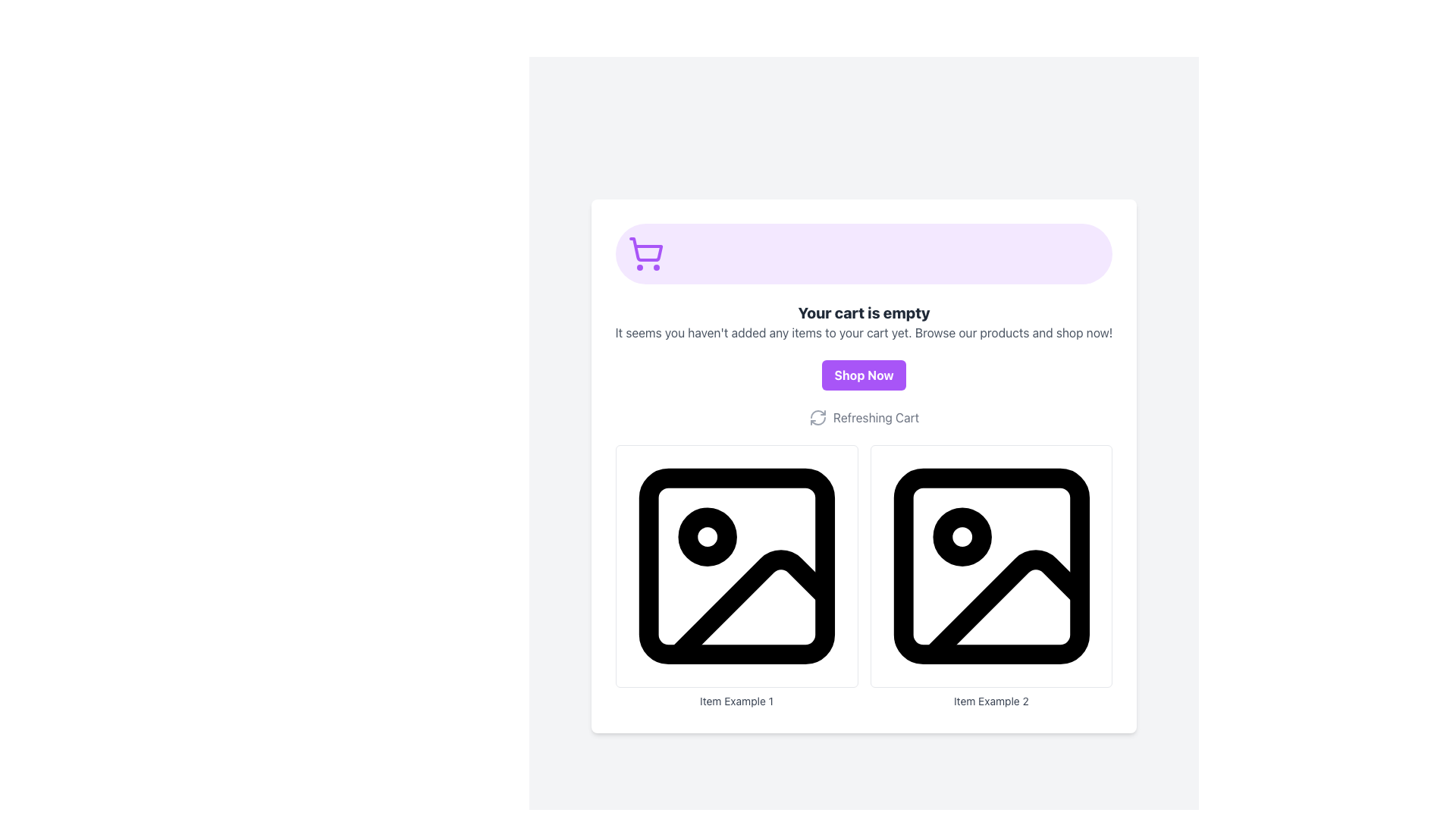 This screenshot has width=1456, height=819. Describe the element at coordinates (817, 414) in the screenshot. I see `first segment of the circular arrow vector graphic styled as a minimalistic icon above the 'Refreshing Cart' text for developer tools` at that location.